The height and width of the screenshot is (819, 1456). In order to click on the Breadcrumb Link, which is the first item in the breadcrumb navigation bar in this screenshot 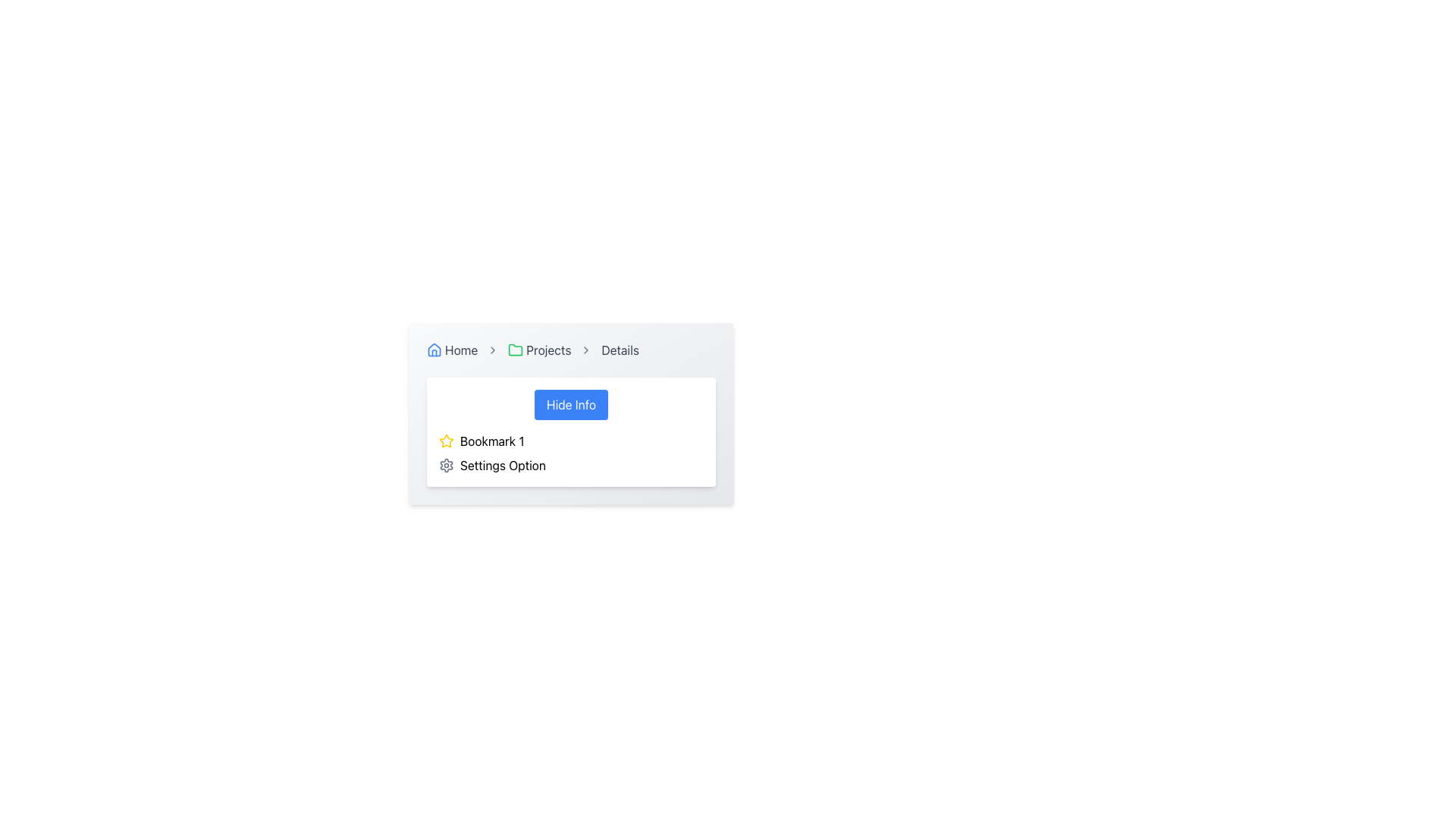, I will do `click(451, 350)`.